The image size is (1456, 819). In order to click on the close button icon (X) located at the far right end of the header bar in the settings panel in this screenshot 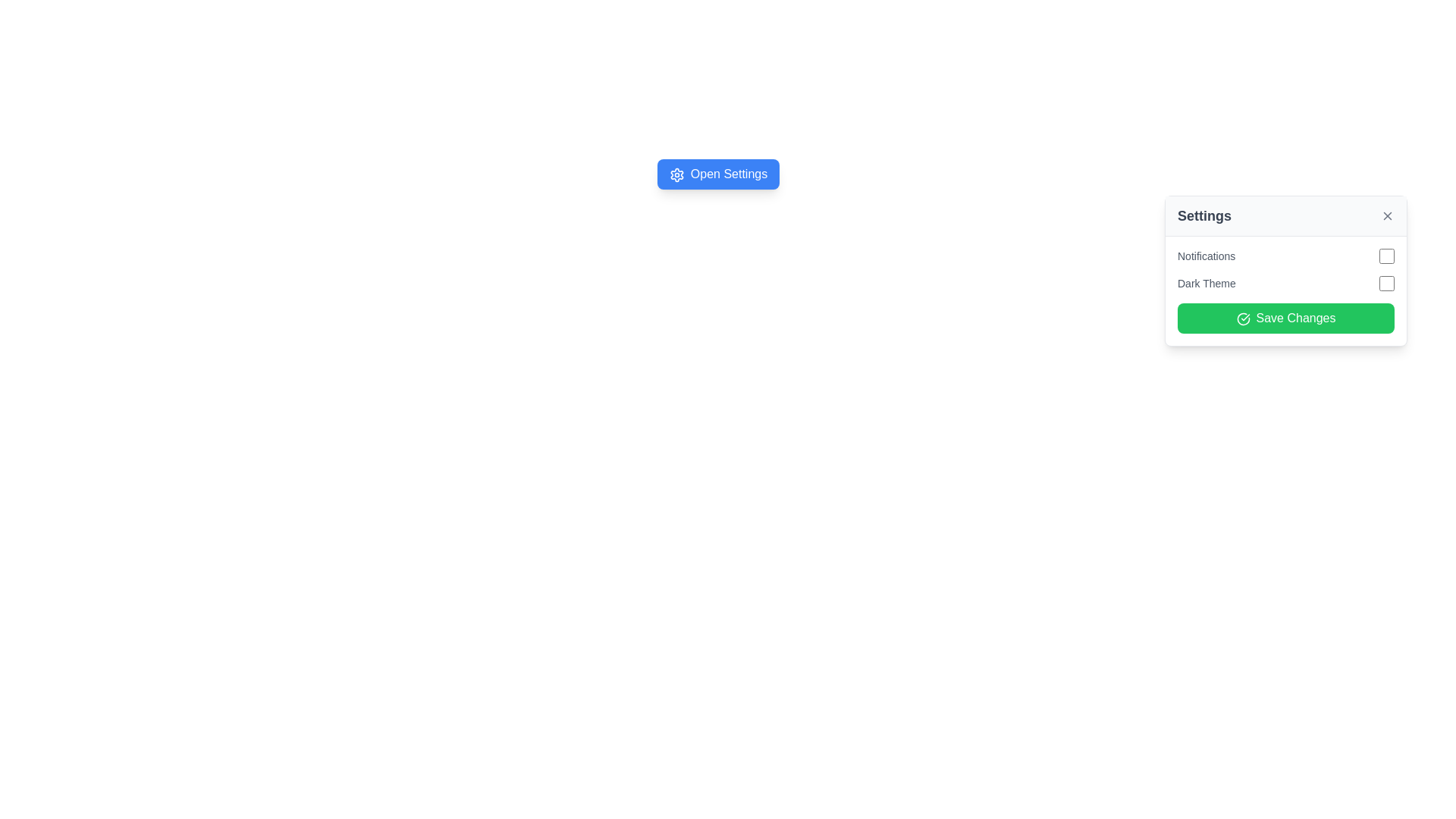, I will do `click(1387, 216)`.